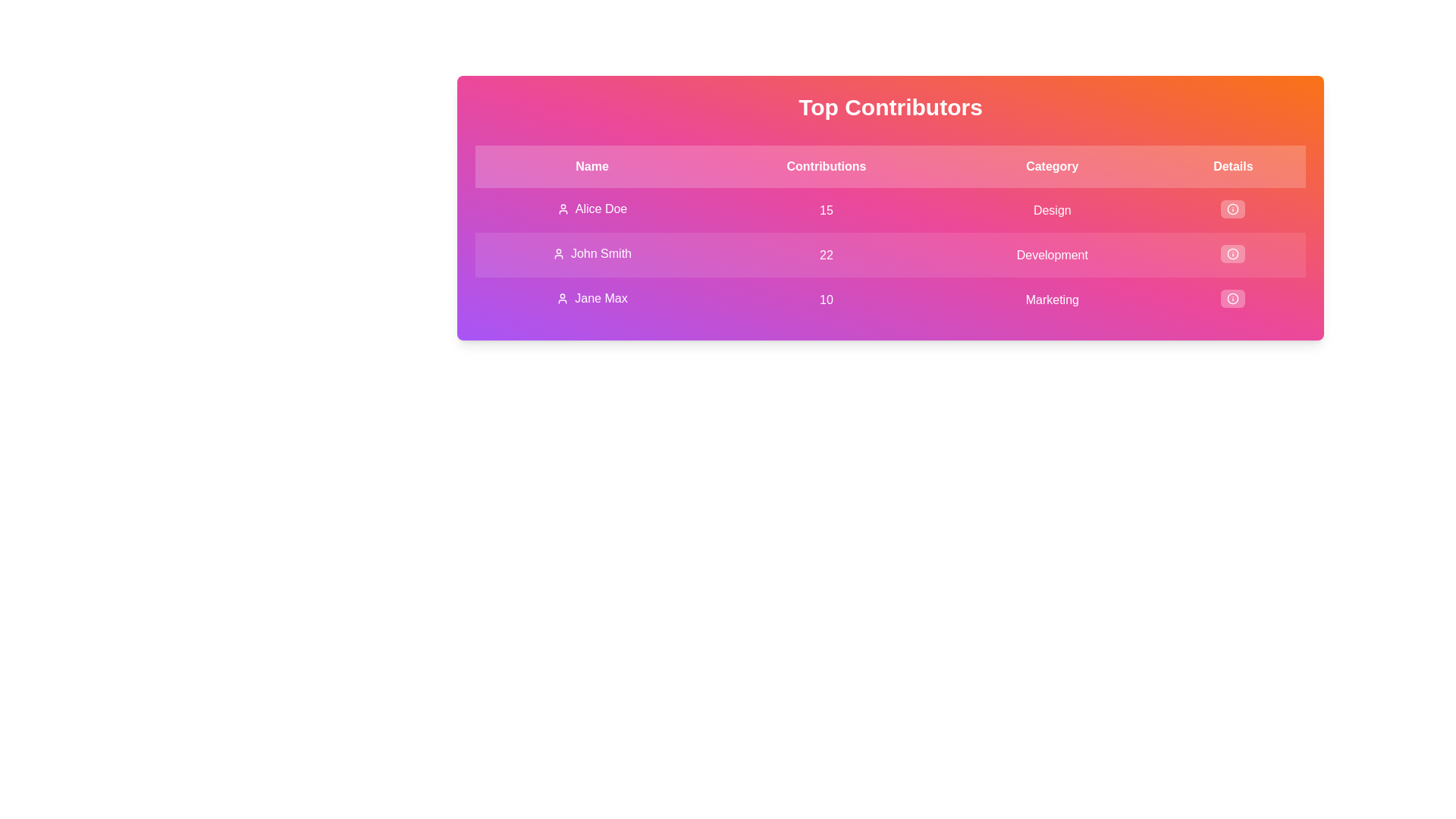 Image resolution: width=1456 pixels, height=819 pixels. What do you see at coordinates (825, 210) in the screenshot?
I see `the static text label displaying the number '15' in the 'Contributions' column for 'Alice Doe', which is centered within its cell` at bounding box center [825, 210].